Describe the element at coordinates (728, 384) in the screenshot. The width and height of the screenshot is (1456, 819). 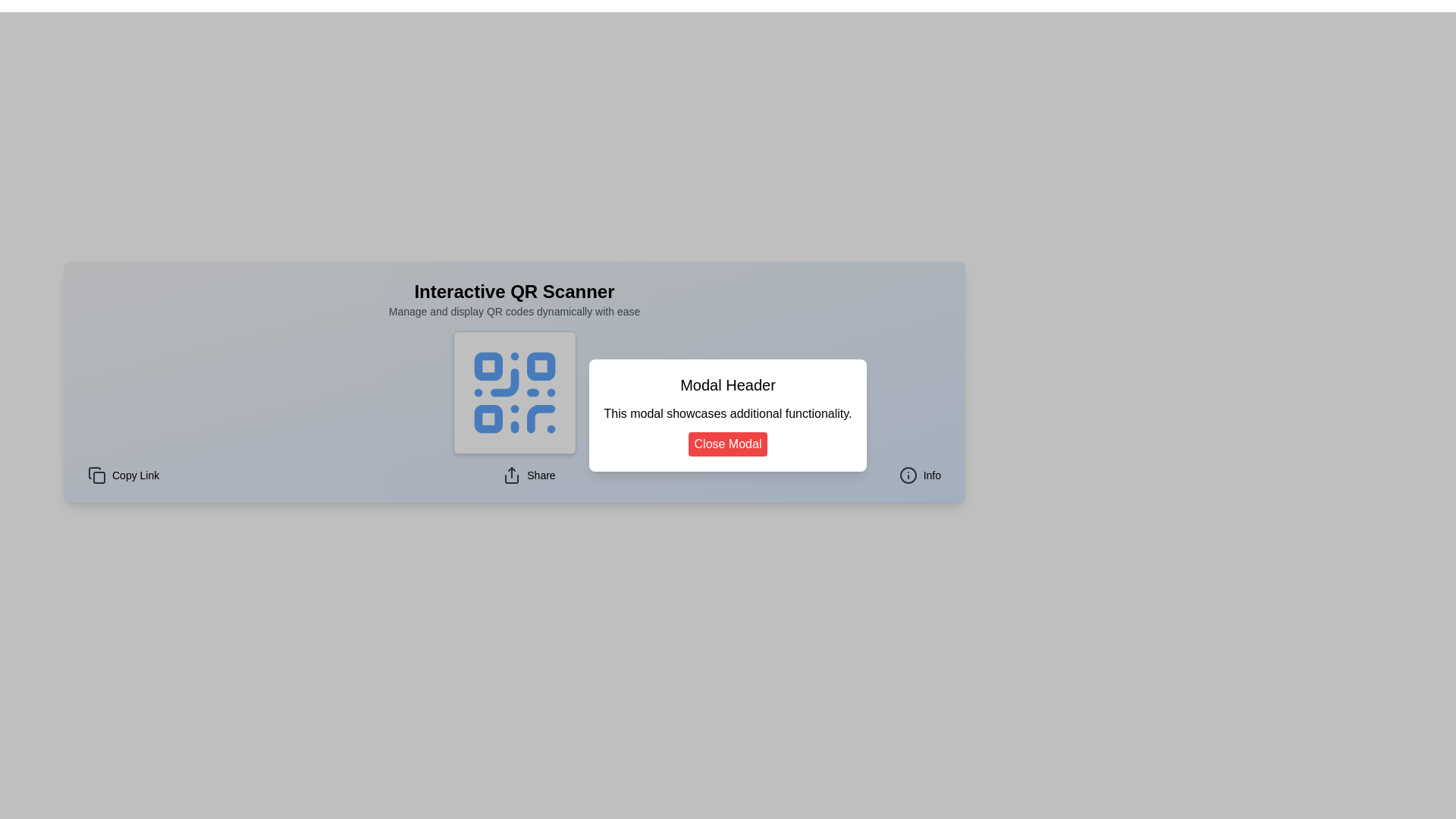
I see `the header text of the modal dialog, which provides context or a title for the modal's purpose` at that location.